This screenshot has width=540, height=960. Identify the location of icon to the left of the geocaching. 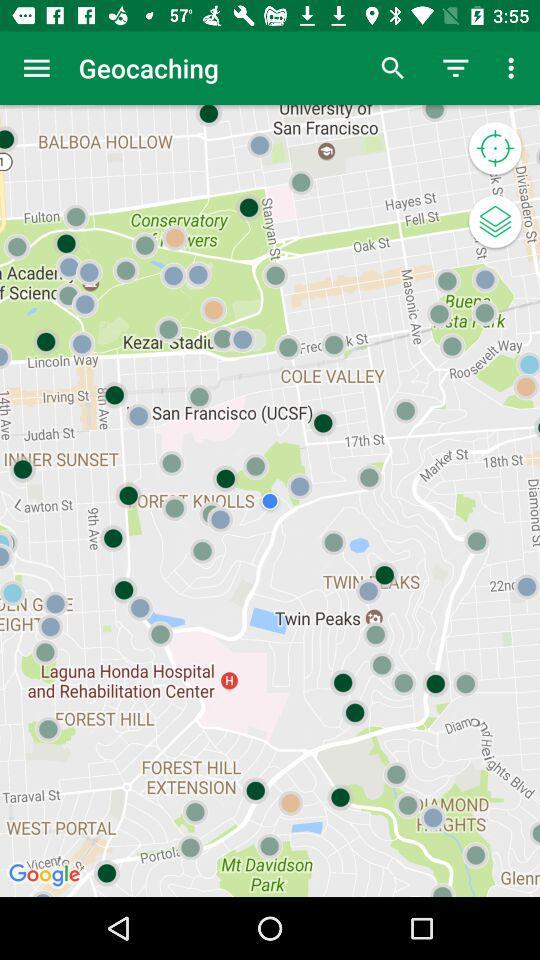
(36, 68).